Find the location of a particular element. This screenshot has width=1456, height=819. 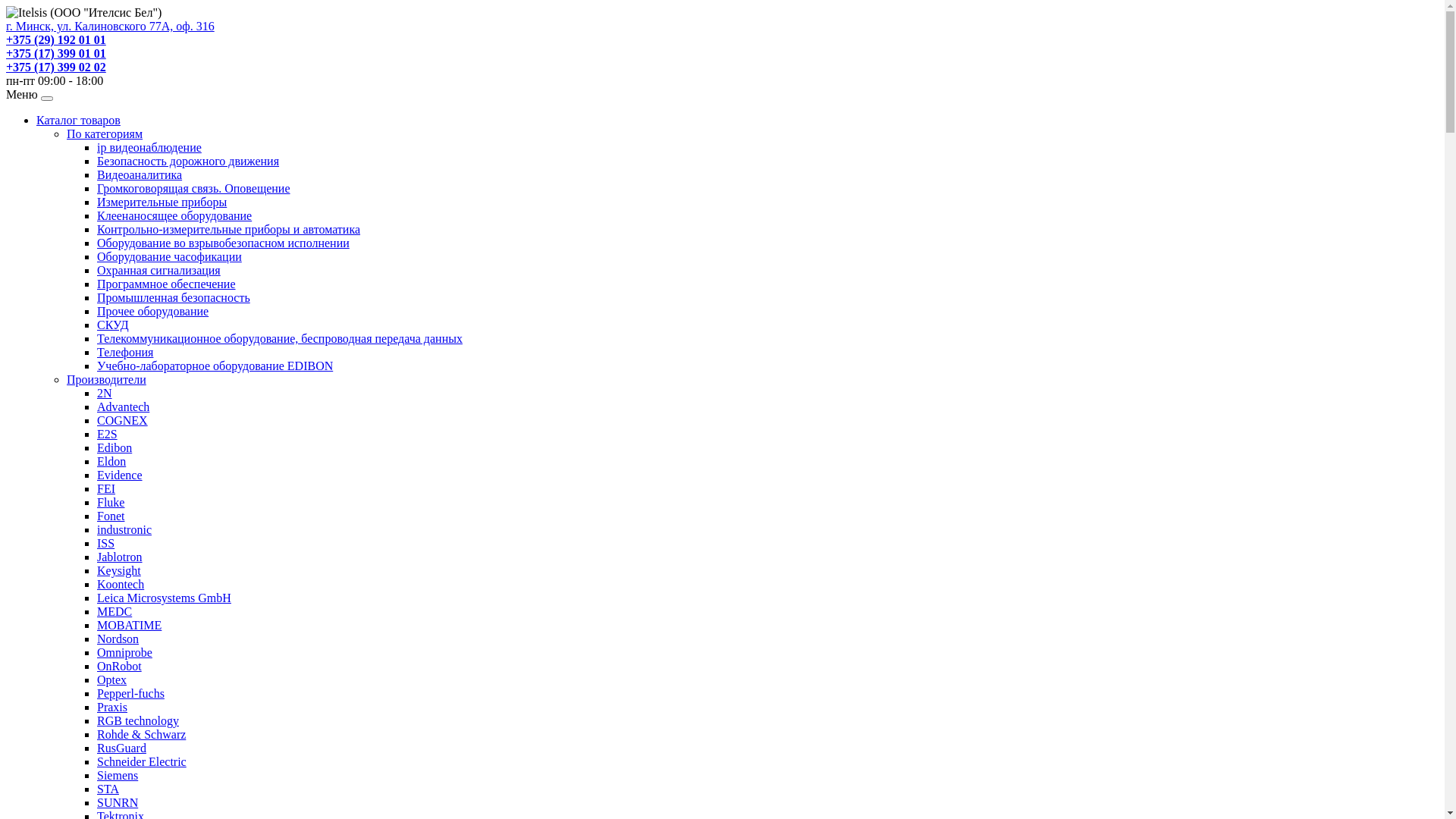

'industronic' is located at coordinates (124, 529).